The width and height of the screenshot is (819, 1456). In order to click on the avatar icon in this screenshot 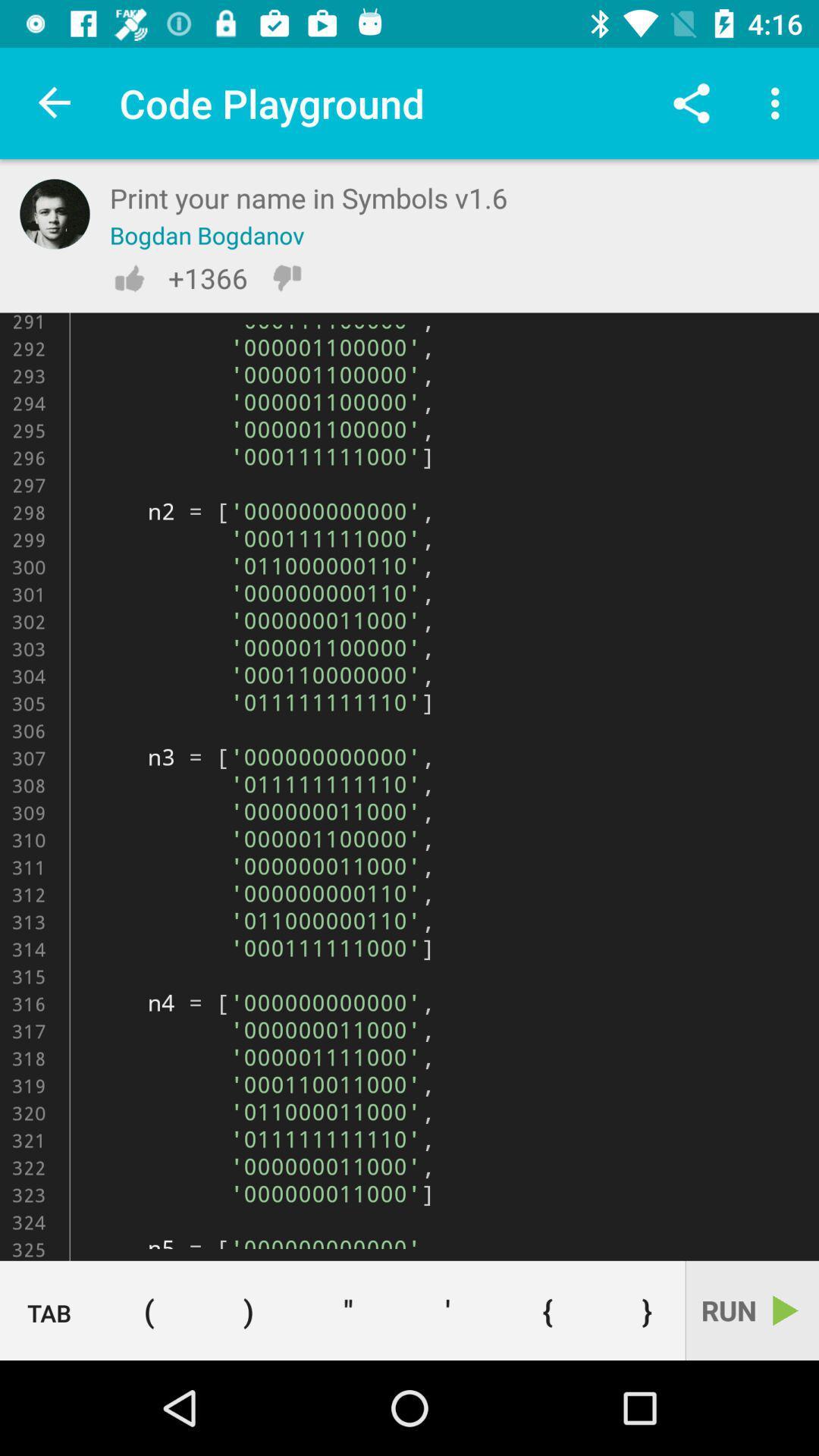, I will do `click(54, 213)`.